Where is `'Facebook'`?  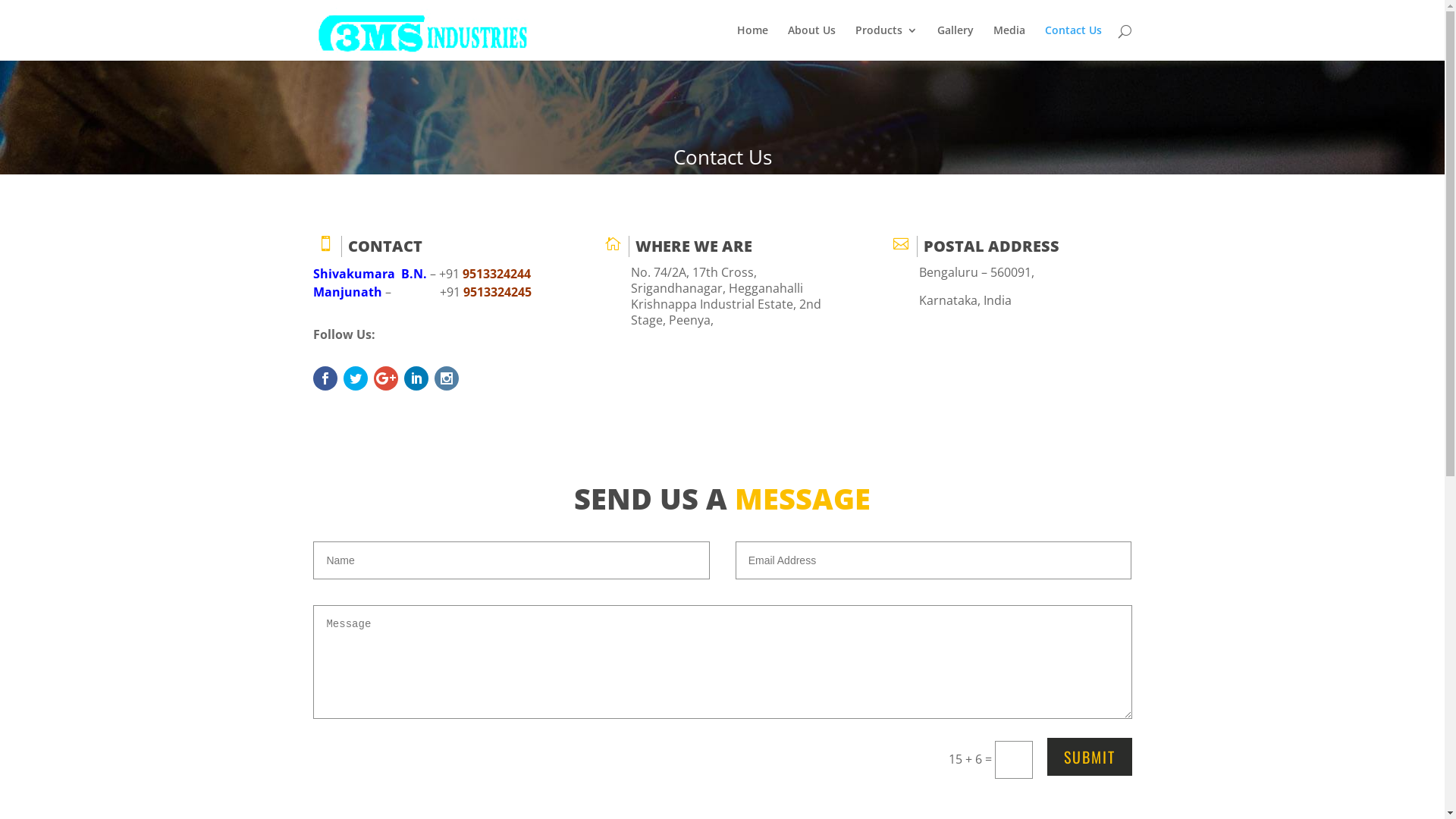
'Facebook' is located at coordinates (312, 377).